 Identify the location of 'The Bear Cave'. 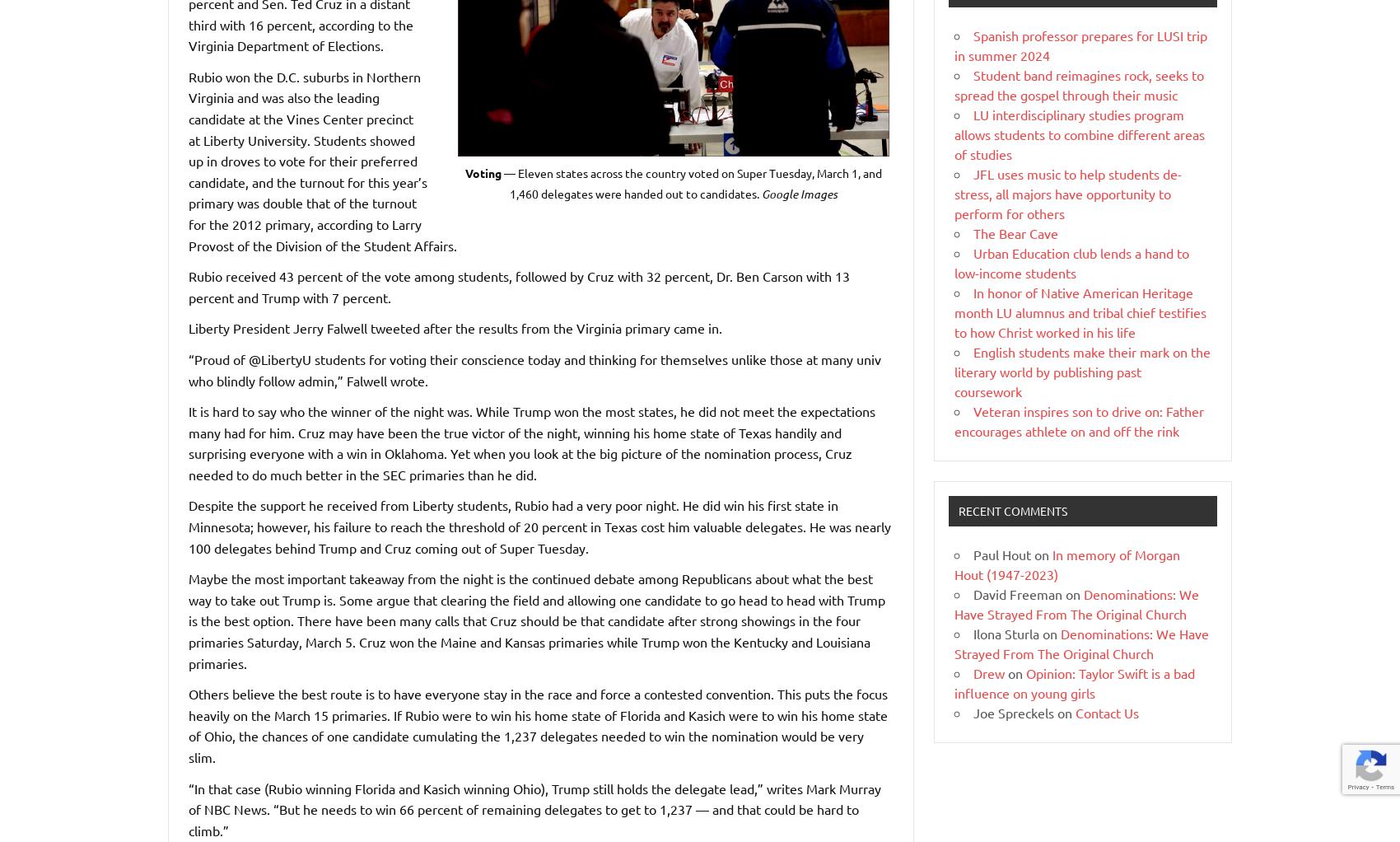
(1015, 232).